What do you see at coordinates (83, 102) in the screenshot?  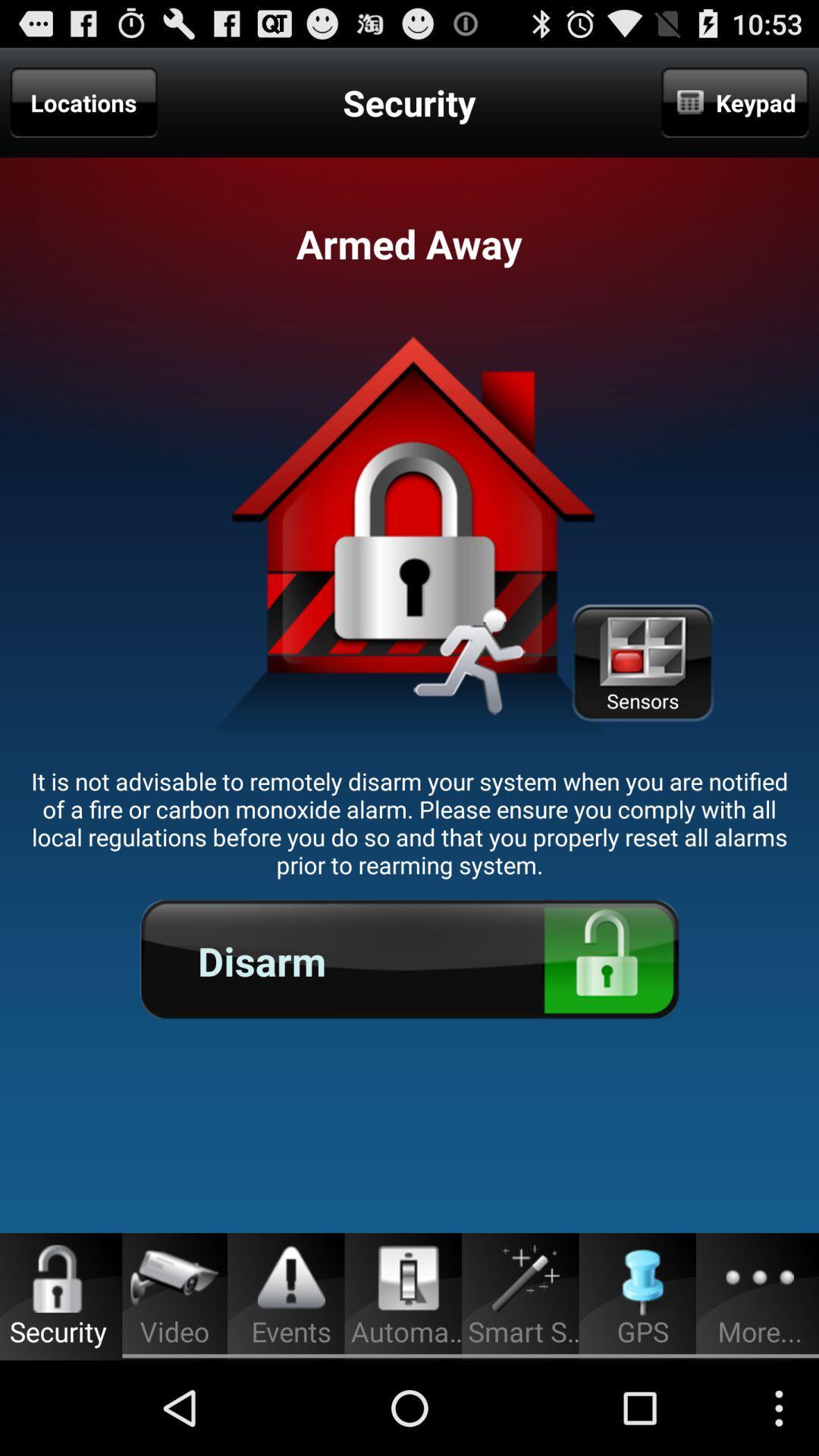 I see `item at the top left corner` at bounding box center [83, 102].